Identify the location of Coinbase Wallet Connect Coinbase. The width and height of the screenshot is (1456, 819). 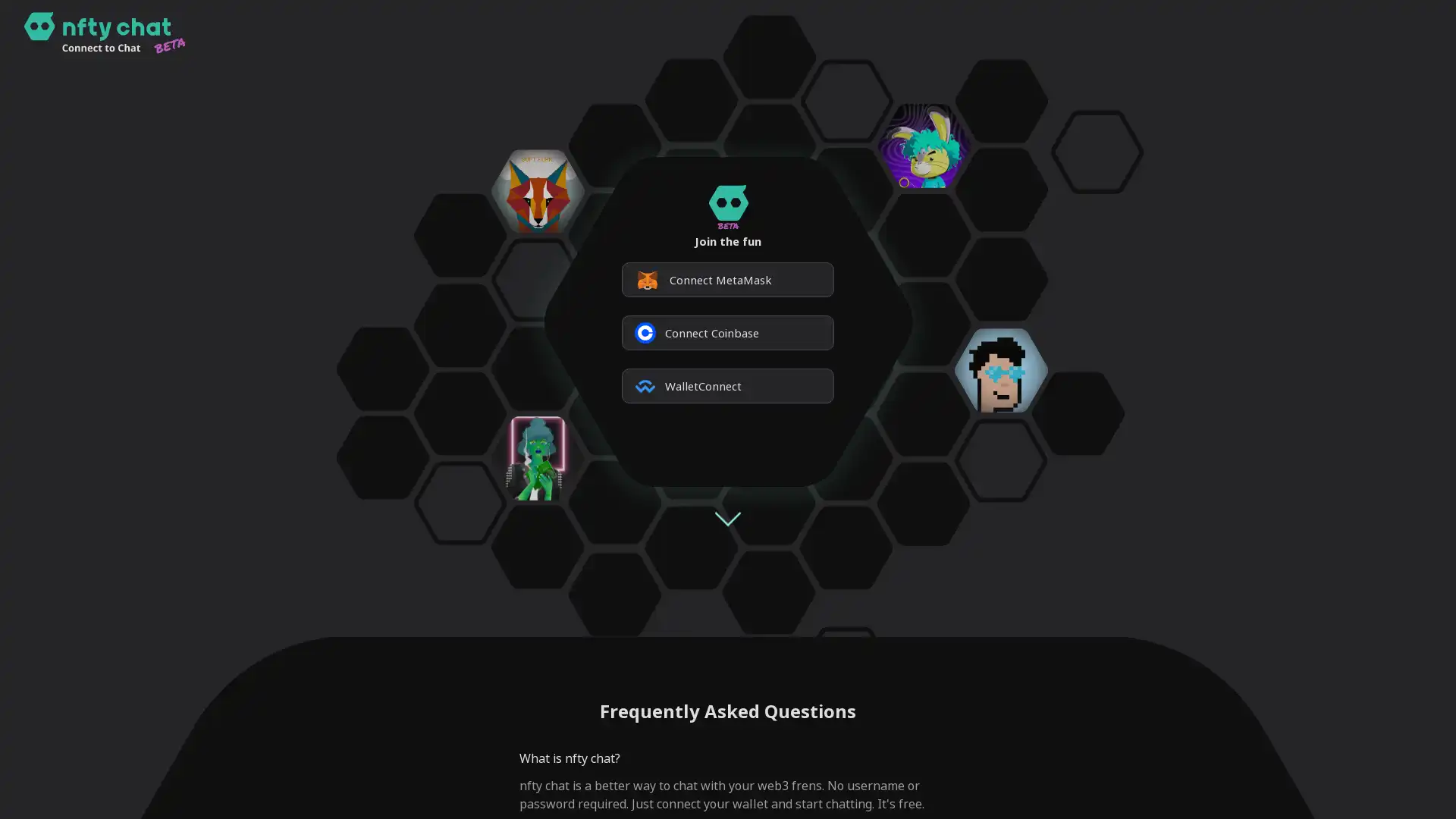
(728, 332).